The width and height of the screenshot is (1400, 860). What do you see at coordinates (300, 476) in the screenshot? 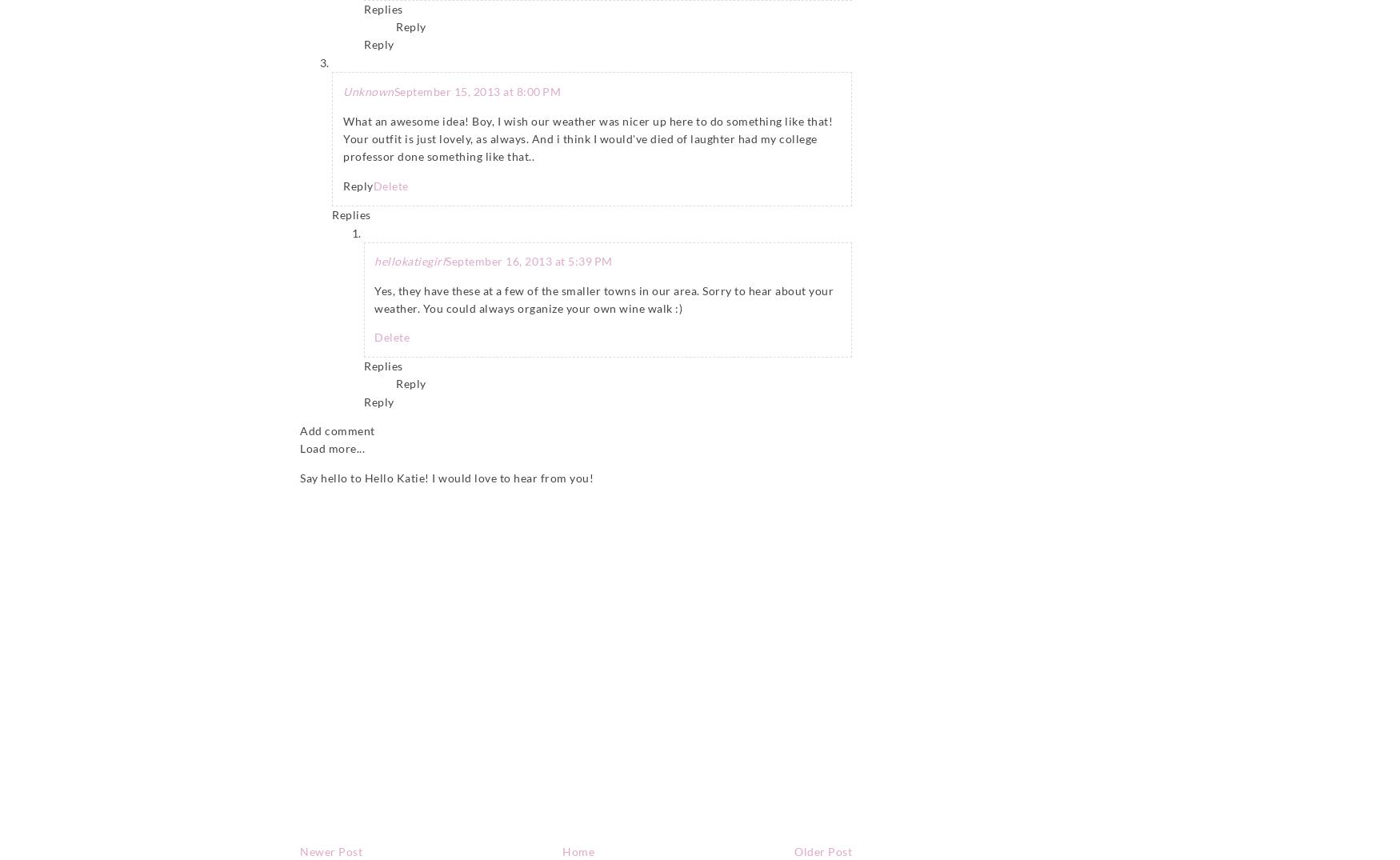
I see `'Say hello to Hello Katie! I would love to hear from you!'` at bounding box center [300, 476].